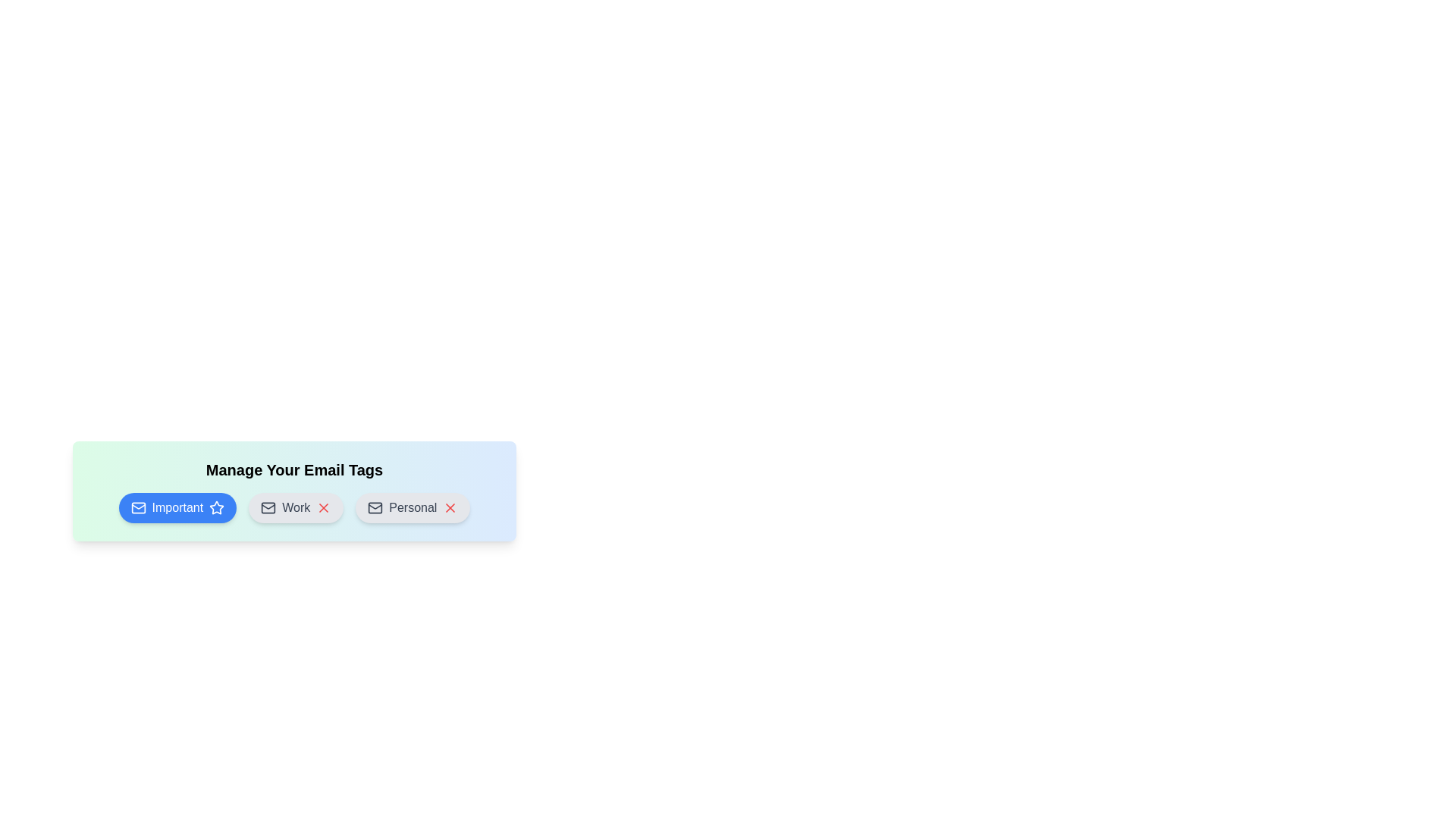  Describe the element at coordinates (413, 508) in the screenshot. I see `the tag Personal to see its hover effect` at that location.